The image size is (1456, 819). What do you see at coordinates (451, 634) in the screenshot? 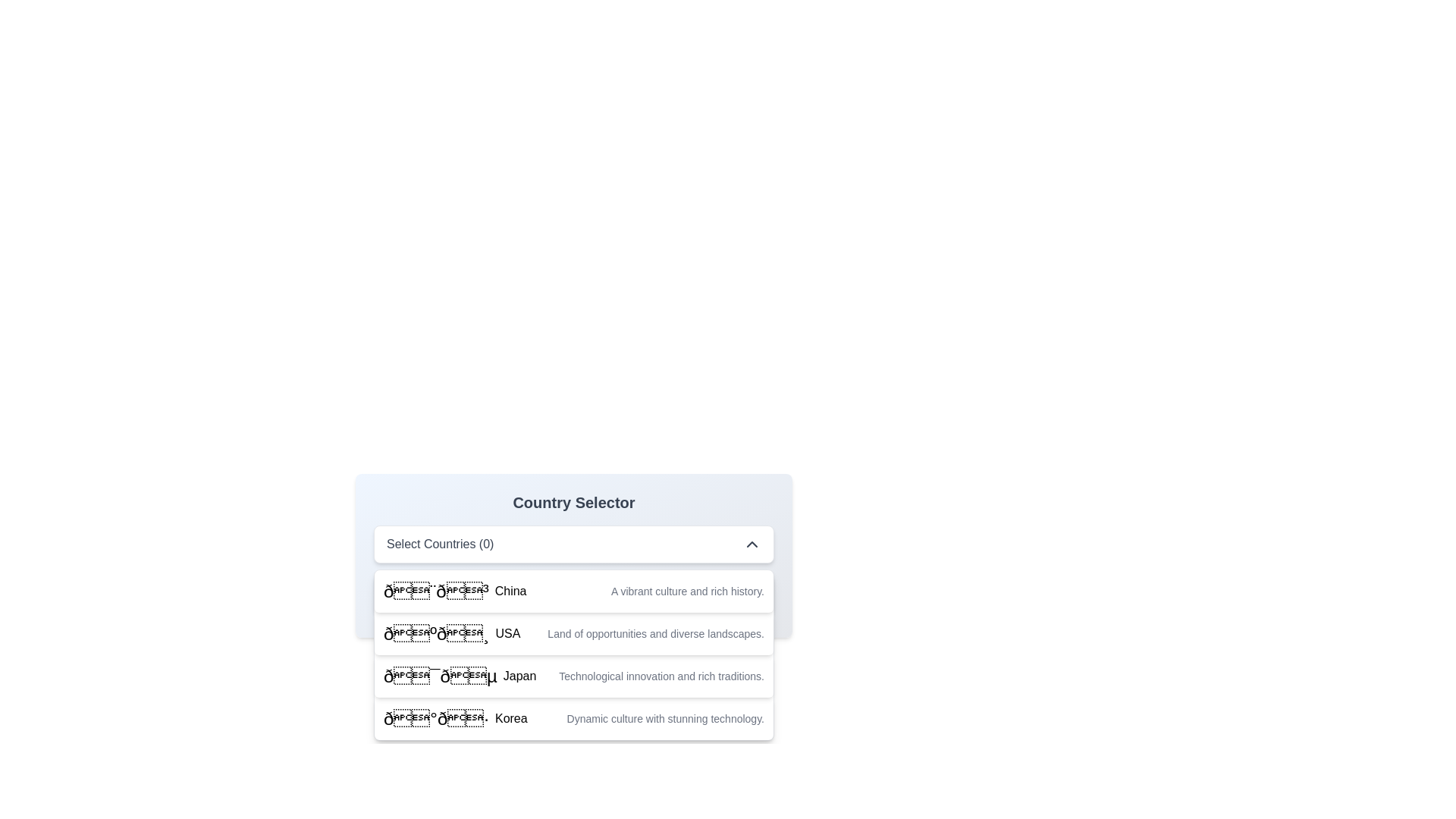
I see `the second item in the dropdown menu displaying the flag emoji and the text 'USA'` at bounding box center [451, 634].